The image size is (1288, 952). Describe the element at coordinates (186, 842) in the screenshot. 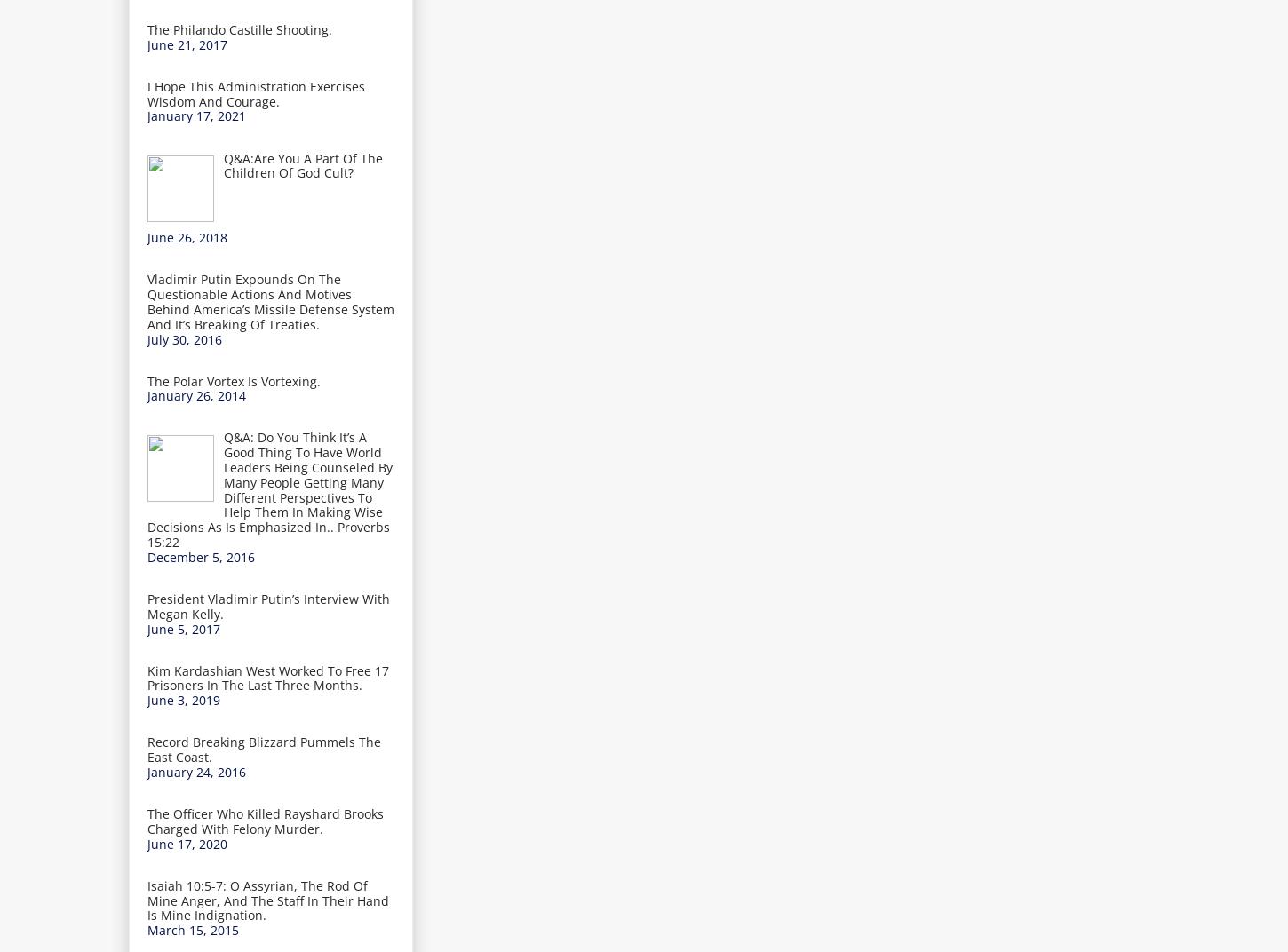

I see `'June 17, 2020'` at that location.